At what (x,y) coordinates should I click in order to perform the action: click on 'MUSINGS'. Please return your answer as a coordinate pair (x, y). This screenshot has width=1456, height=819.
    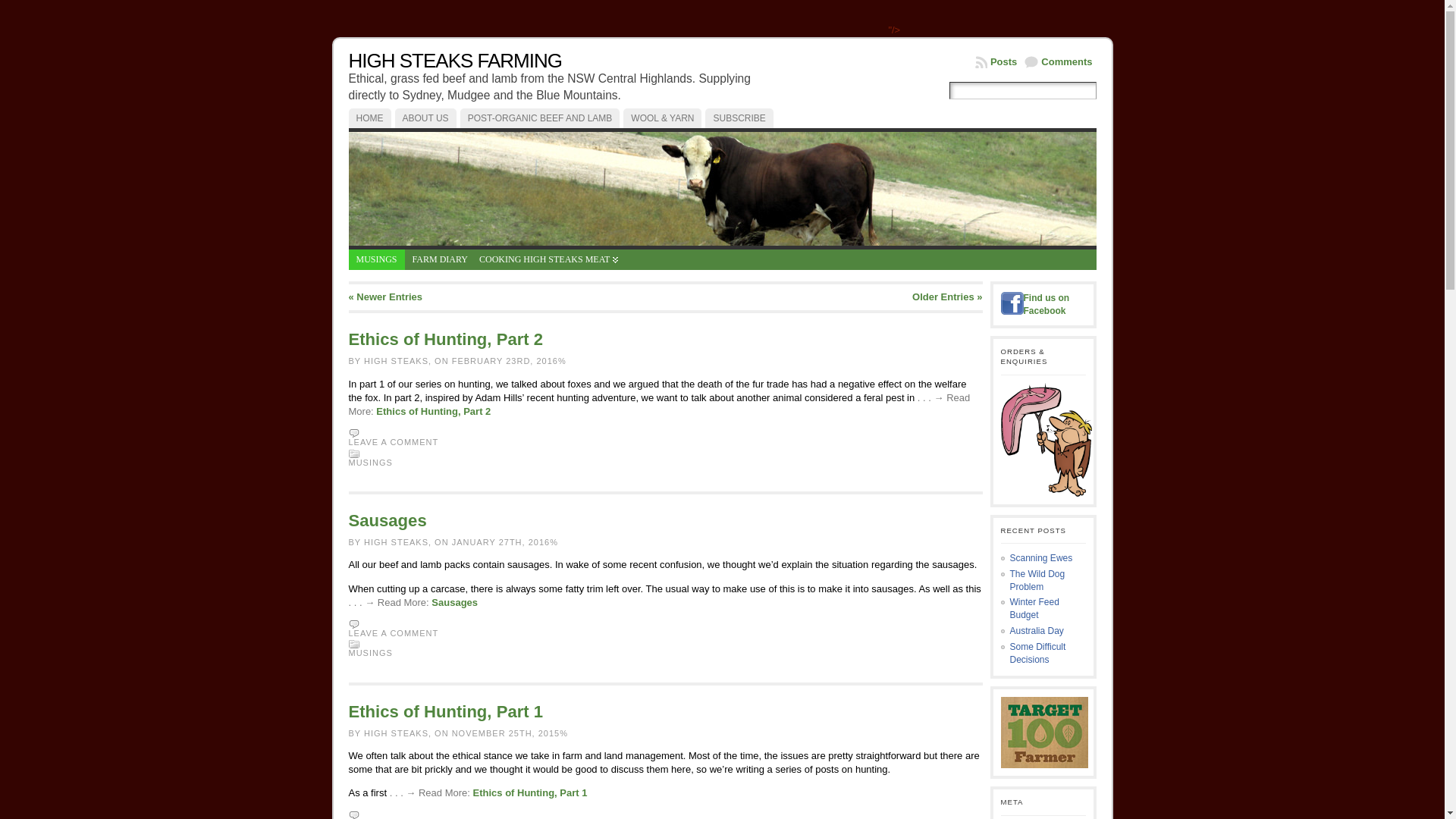
    Looking at the image, I should click on (371, 461).